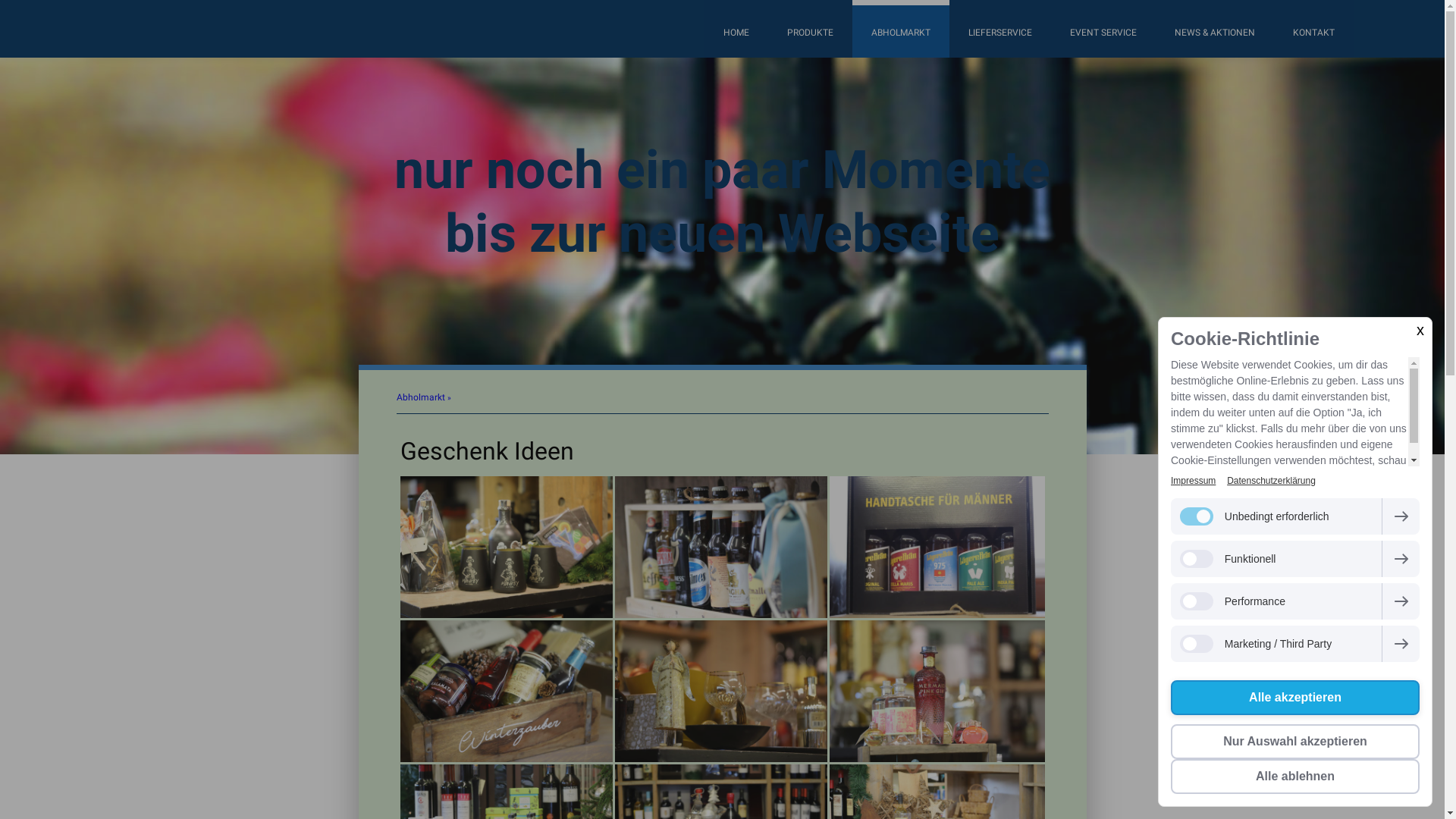  I want to click on 'Nur Auswahl akzeptieren', so click(1294, 741).